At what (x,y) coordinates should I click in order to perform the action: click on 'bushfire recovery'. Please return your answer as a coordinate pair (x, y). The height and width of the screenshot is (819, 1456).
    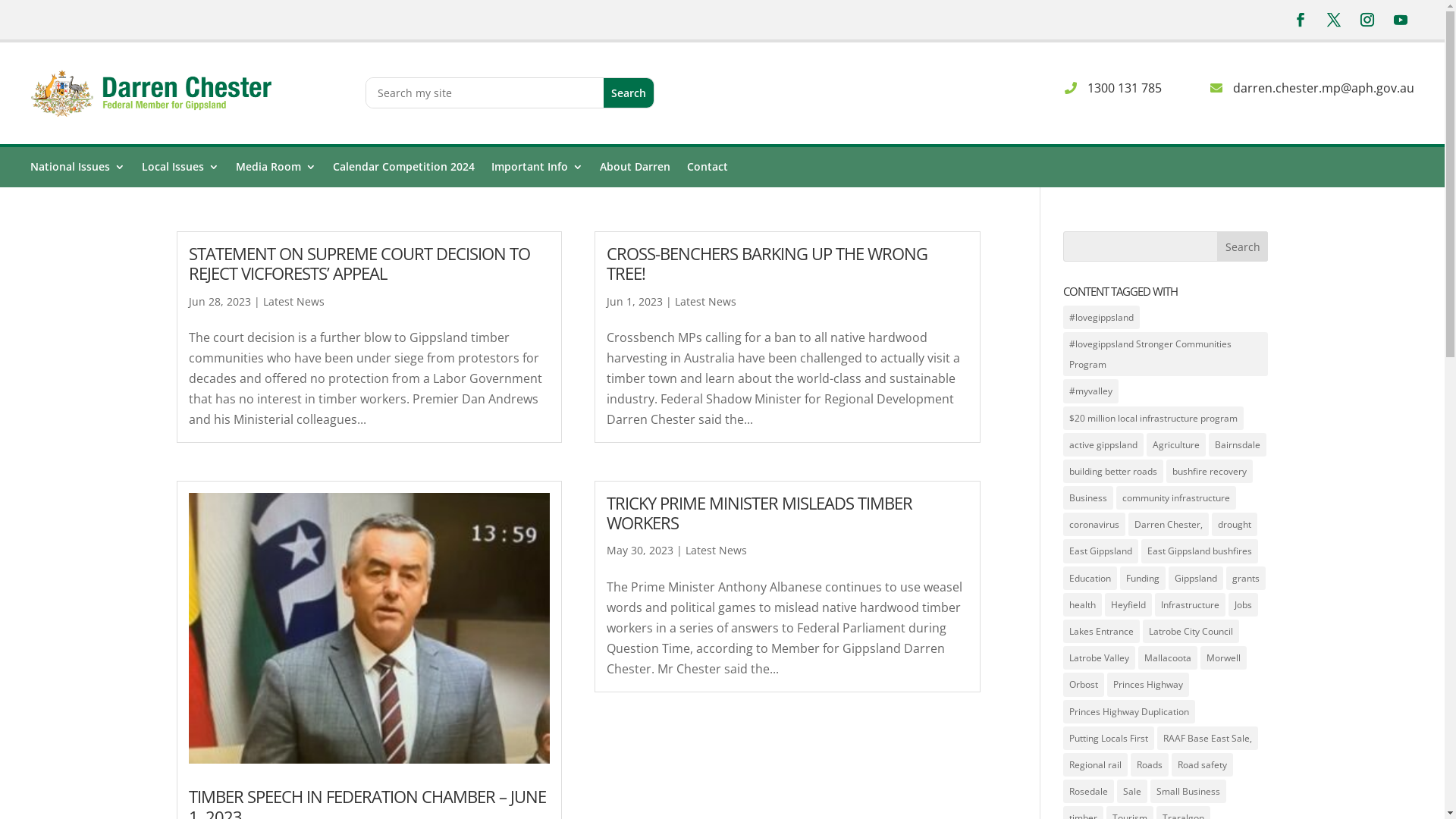
    Looking at the image, I should click on (1208, 470).